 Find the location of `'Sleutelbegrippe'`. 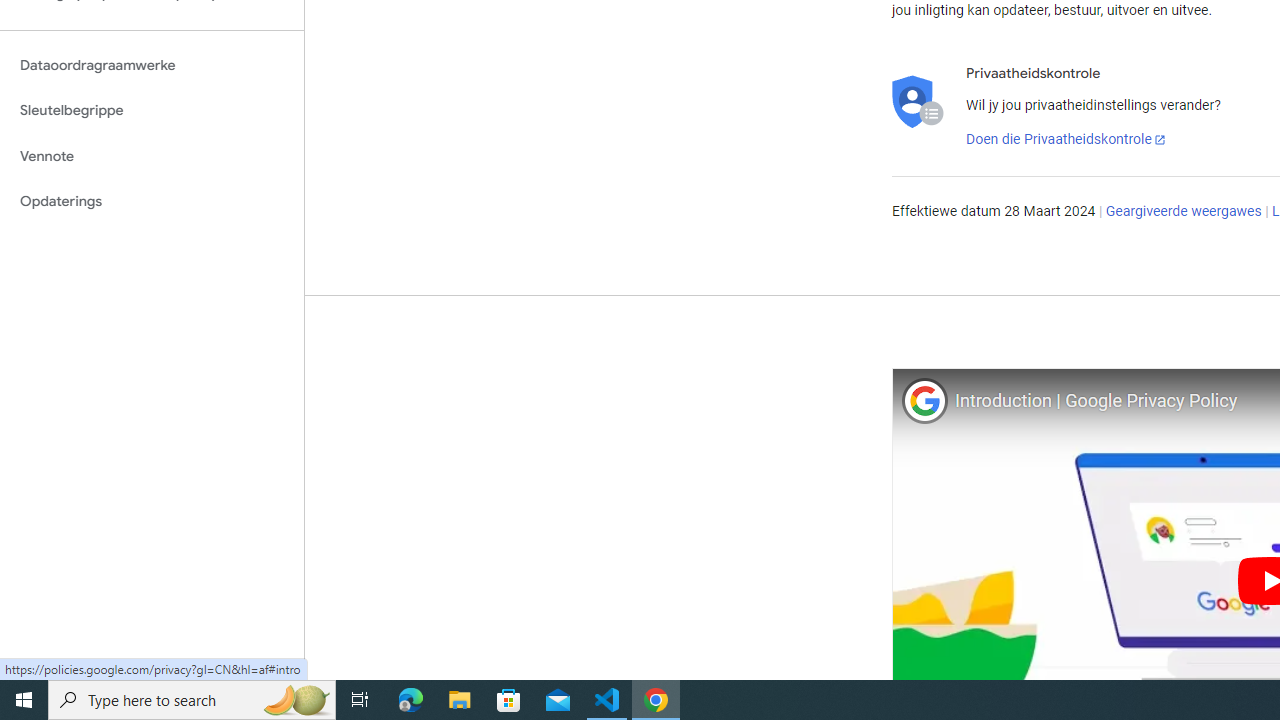

'Sleutelbegrippe' is located at coordinates (151, 110).